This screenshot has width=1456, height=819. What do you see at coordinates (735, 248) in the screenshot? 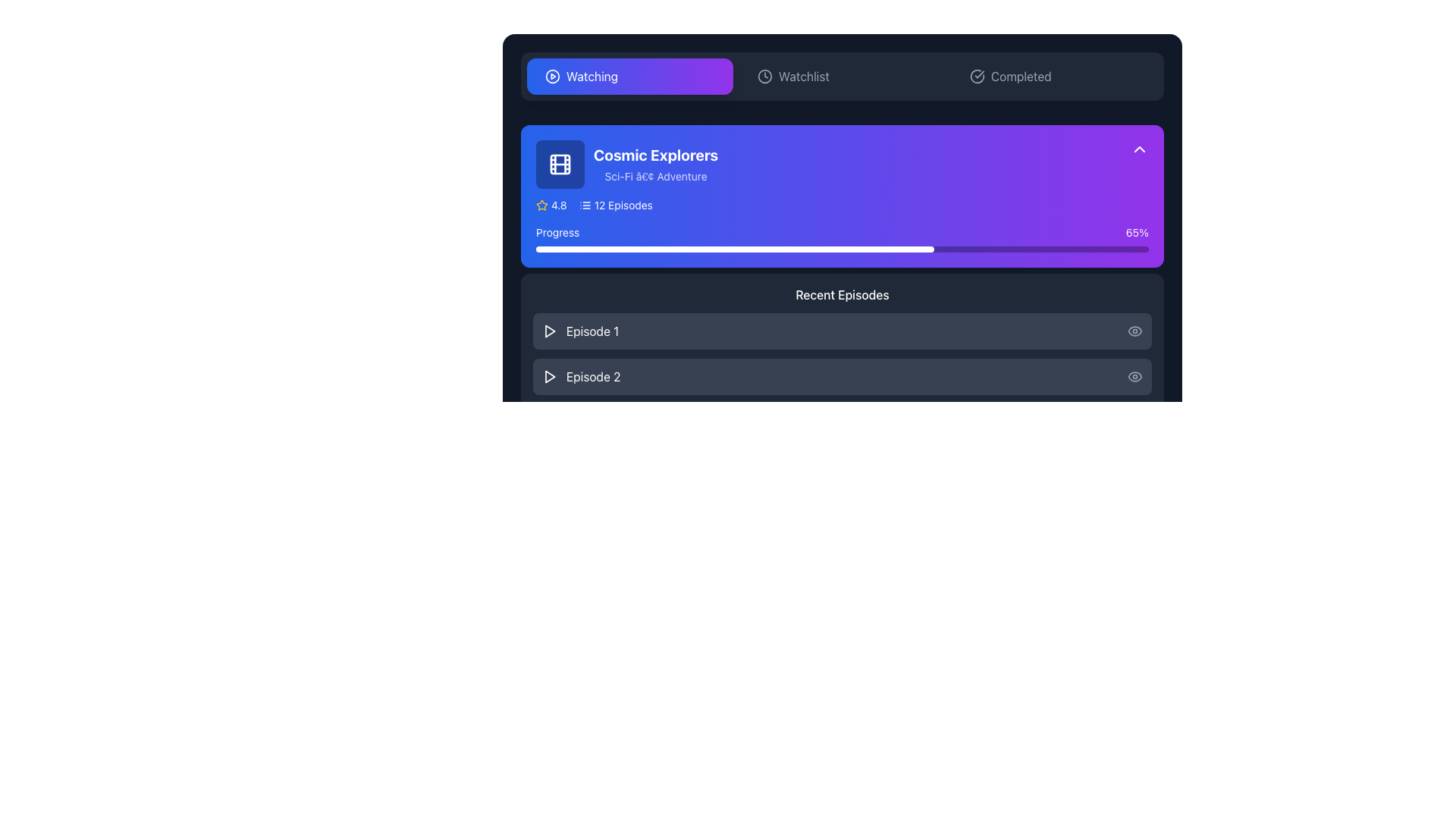
I see `the filled portion of the progress bar which is a white bar with rounded ends located in the center-bottom of the purple card labeled 'Cosmic Explorers'` at bounding box center [735, 248].